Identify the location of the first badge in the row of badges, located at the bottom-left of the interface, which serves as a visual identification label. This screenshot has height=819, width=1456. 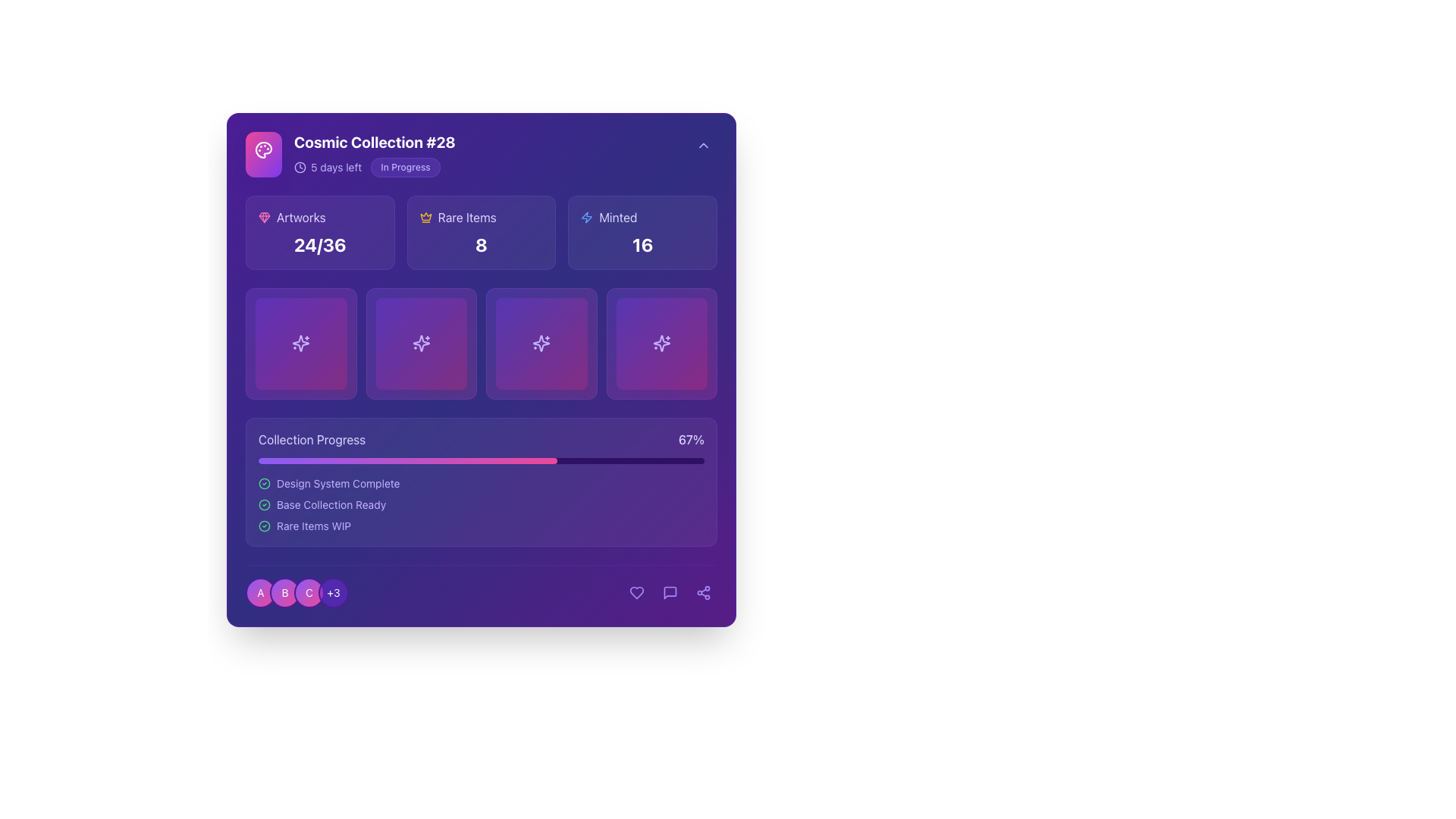
(261, 591).